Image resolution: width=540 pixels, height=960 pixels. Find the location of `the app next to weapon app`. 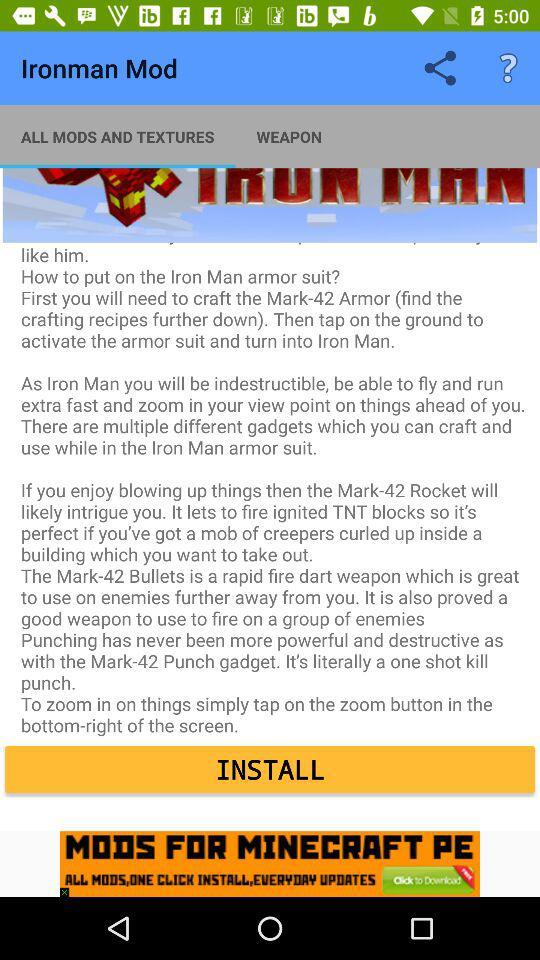

the app next to weapon app is located at coordinates (117, 135).